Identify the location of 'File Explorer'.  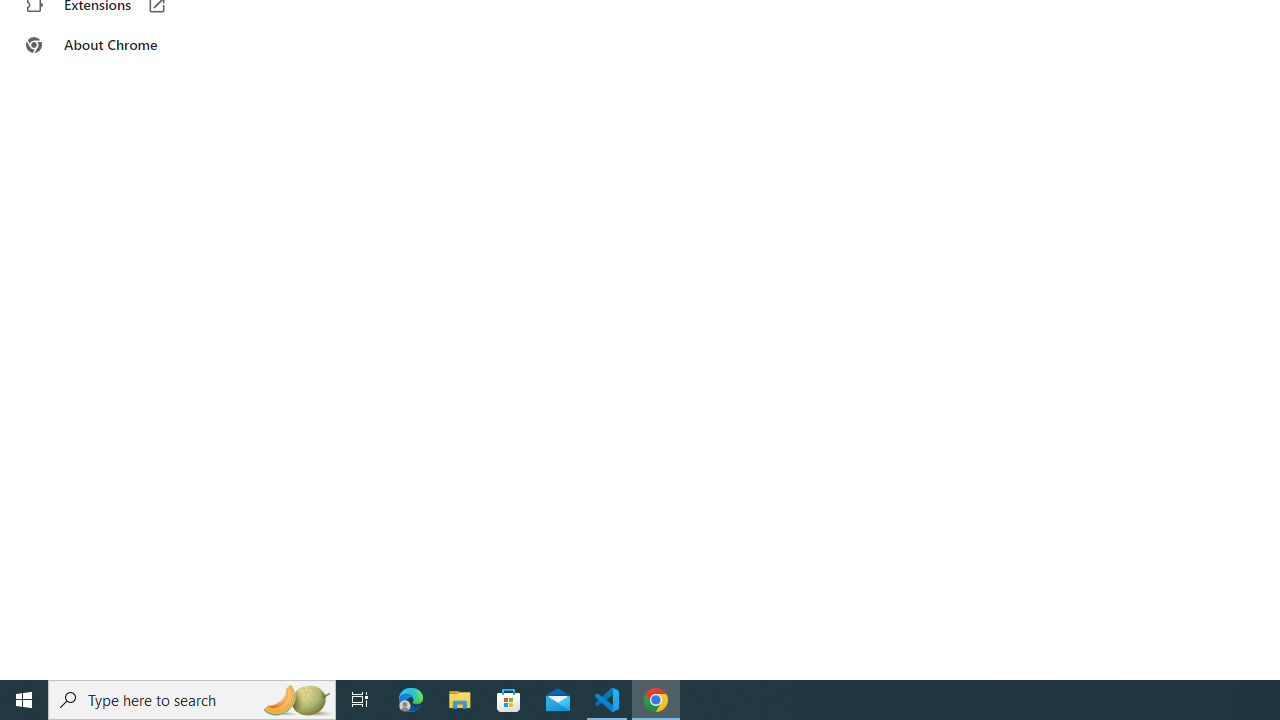
(459, 698).